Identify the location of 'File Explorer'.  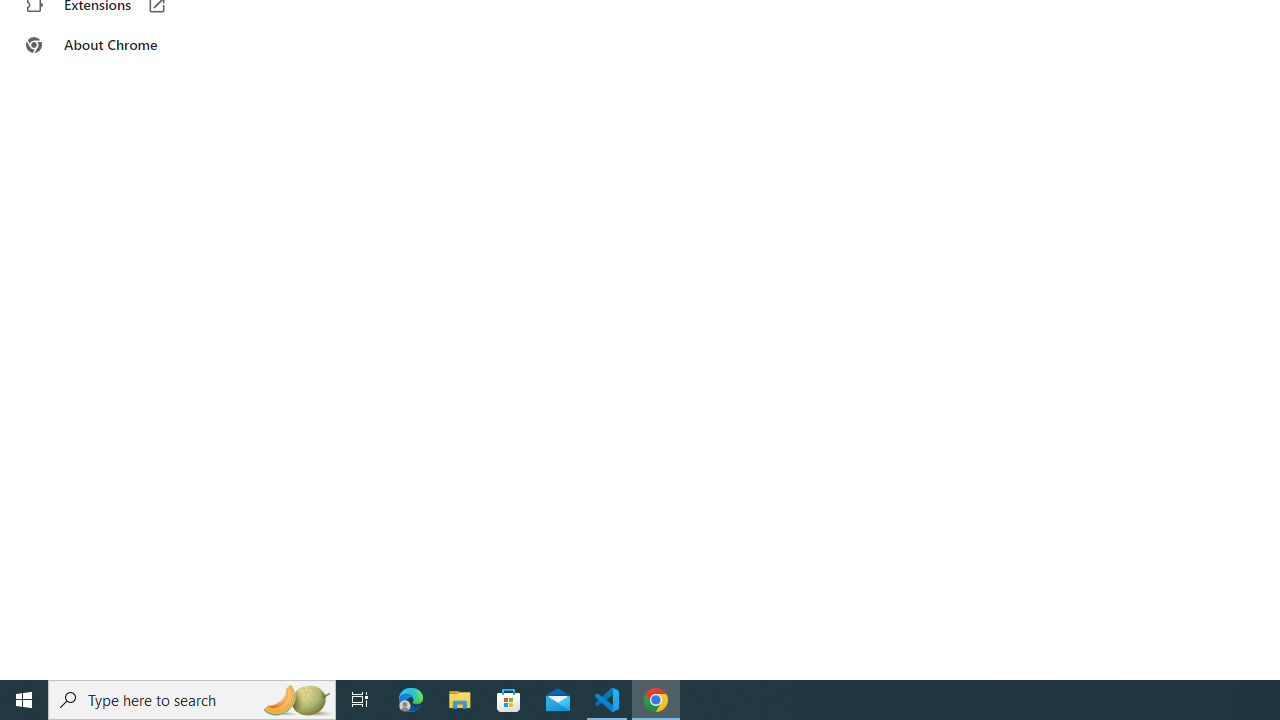
(459, 698).